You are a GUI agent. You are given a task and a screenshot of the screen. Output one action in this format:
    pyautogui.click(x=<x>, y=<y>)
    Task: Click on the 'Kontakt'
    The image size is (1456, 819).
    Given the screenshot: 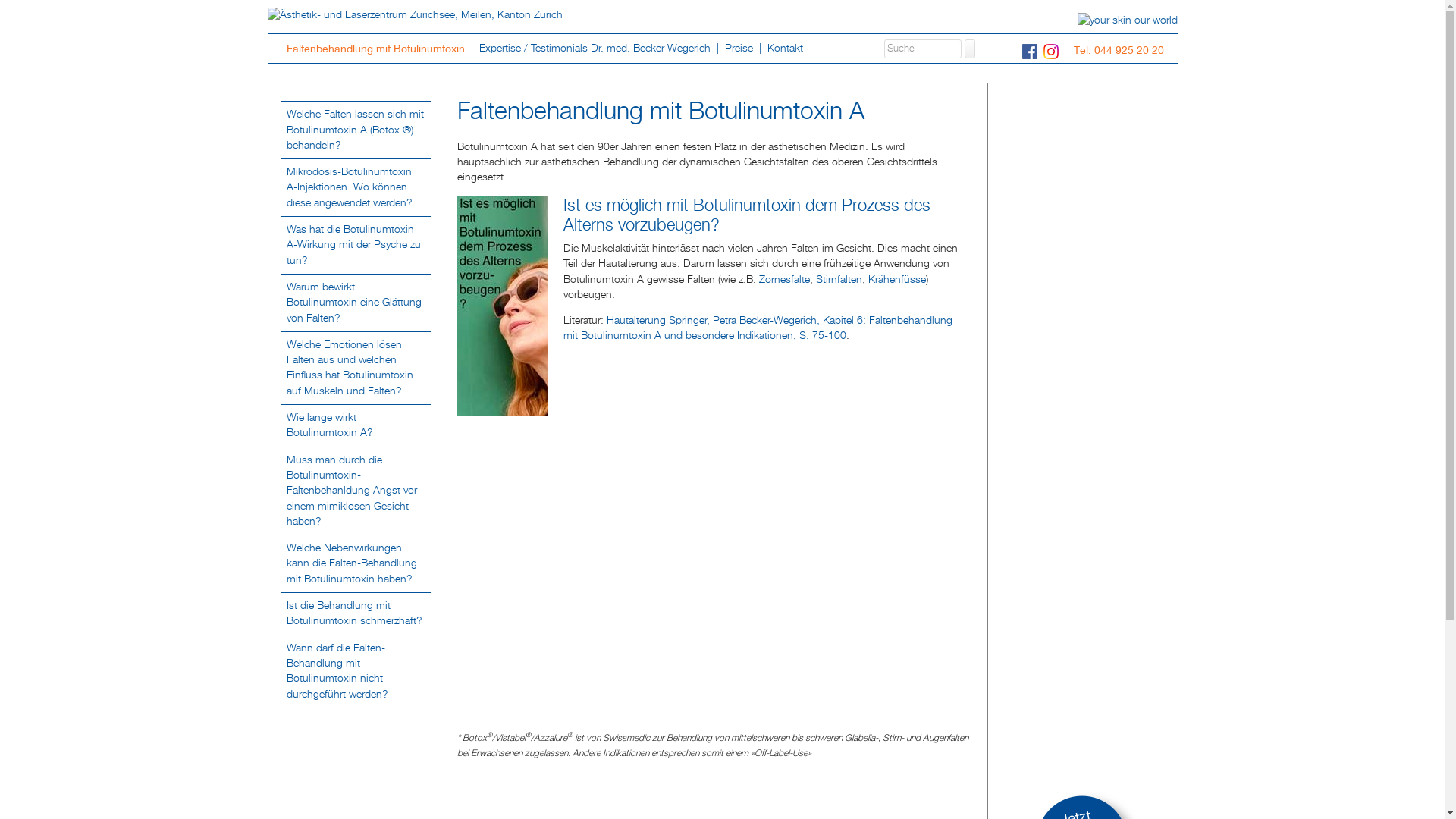 What is the action you would take?
    pyautogui.click(x=785, y=47)
    